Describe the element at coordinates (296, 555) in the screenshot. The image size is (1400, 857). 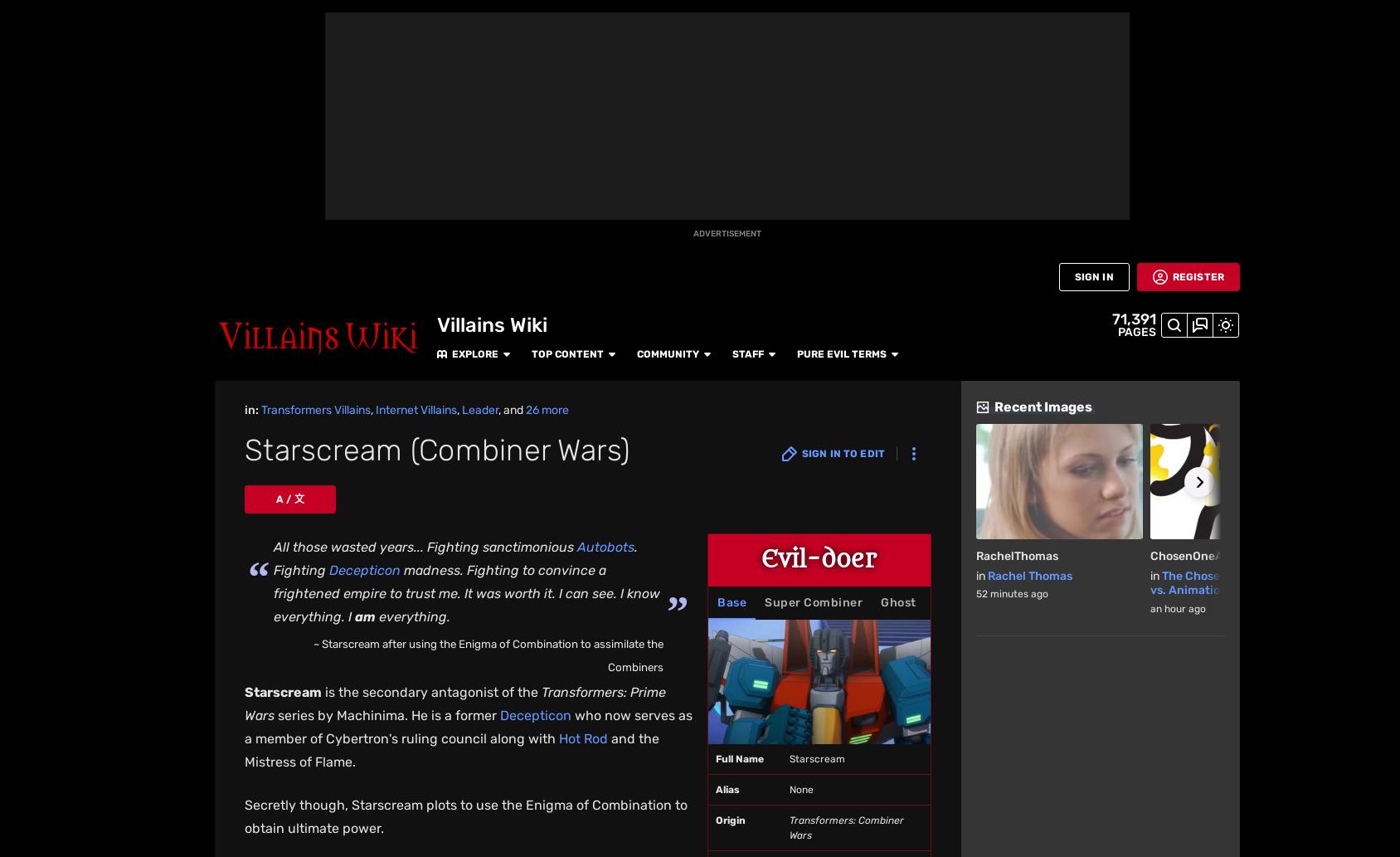
I see `'Navigation'` at that location.